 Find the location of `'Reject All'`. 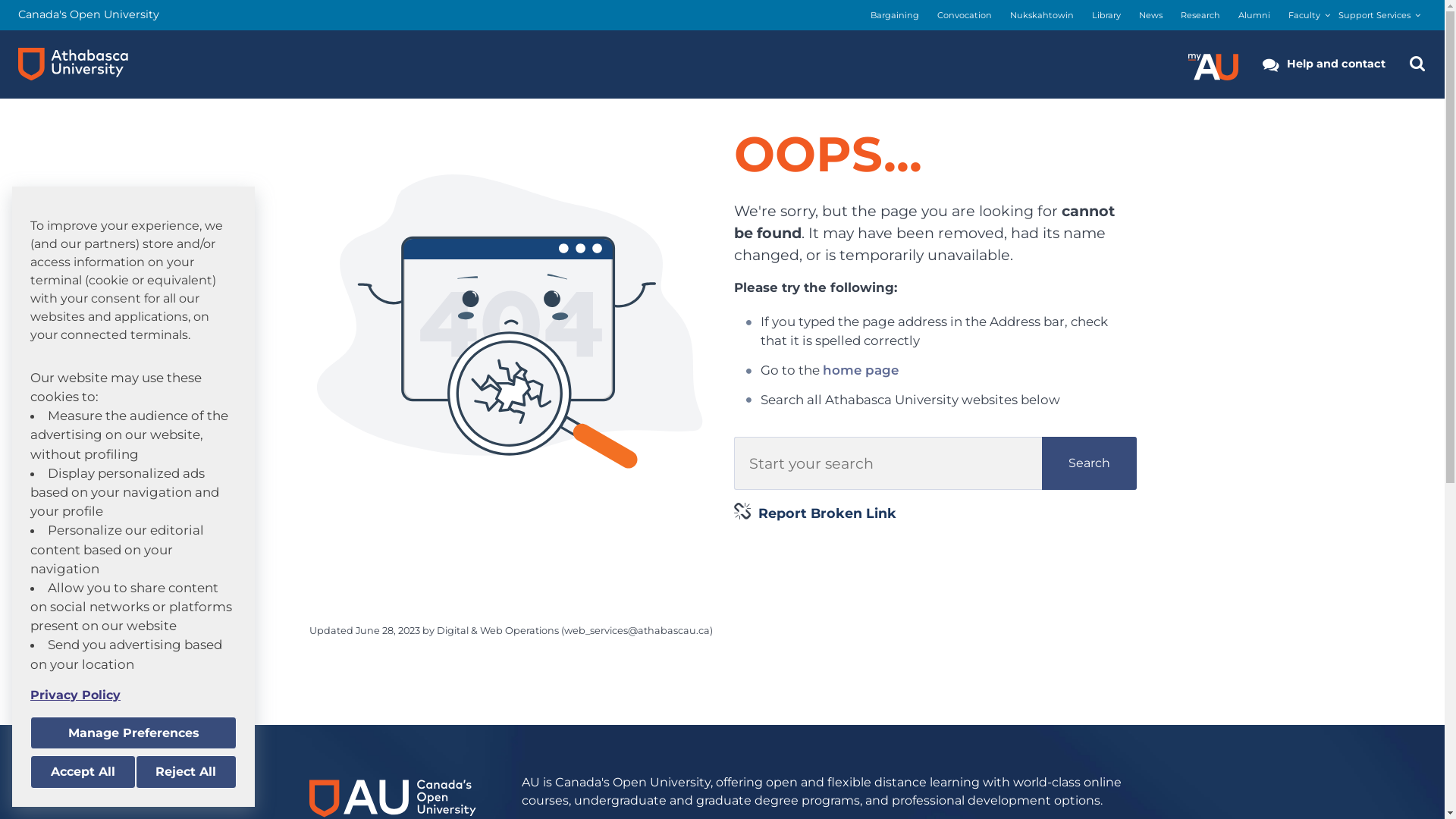

'Reject All' is located at coordinates (134, 772).